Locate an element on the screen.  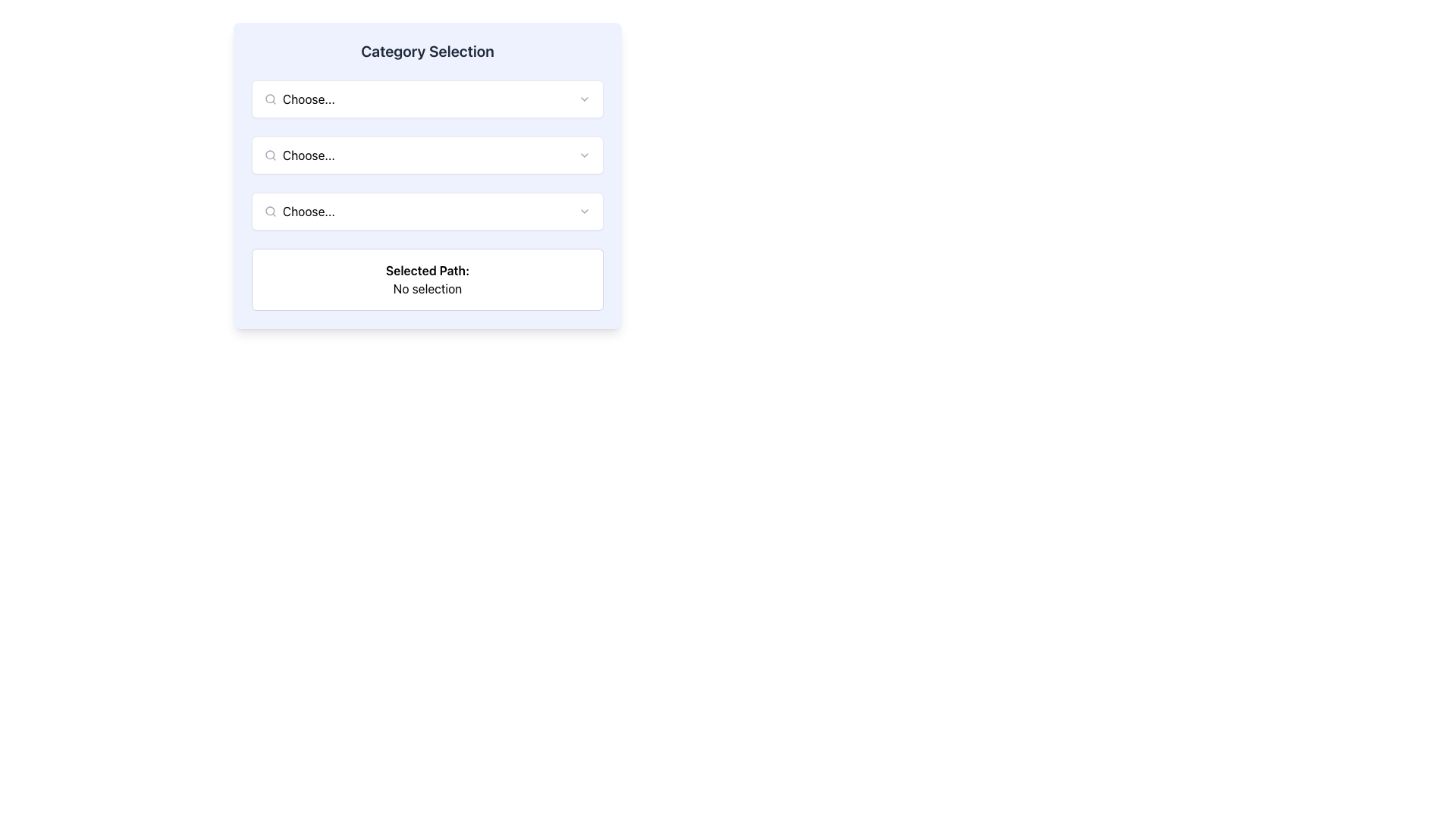
the search icon located at the left end of the third input field, which symbolizes a search action is located at coordinates (270, 211).